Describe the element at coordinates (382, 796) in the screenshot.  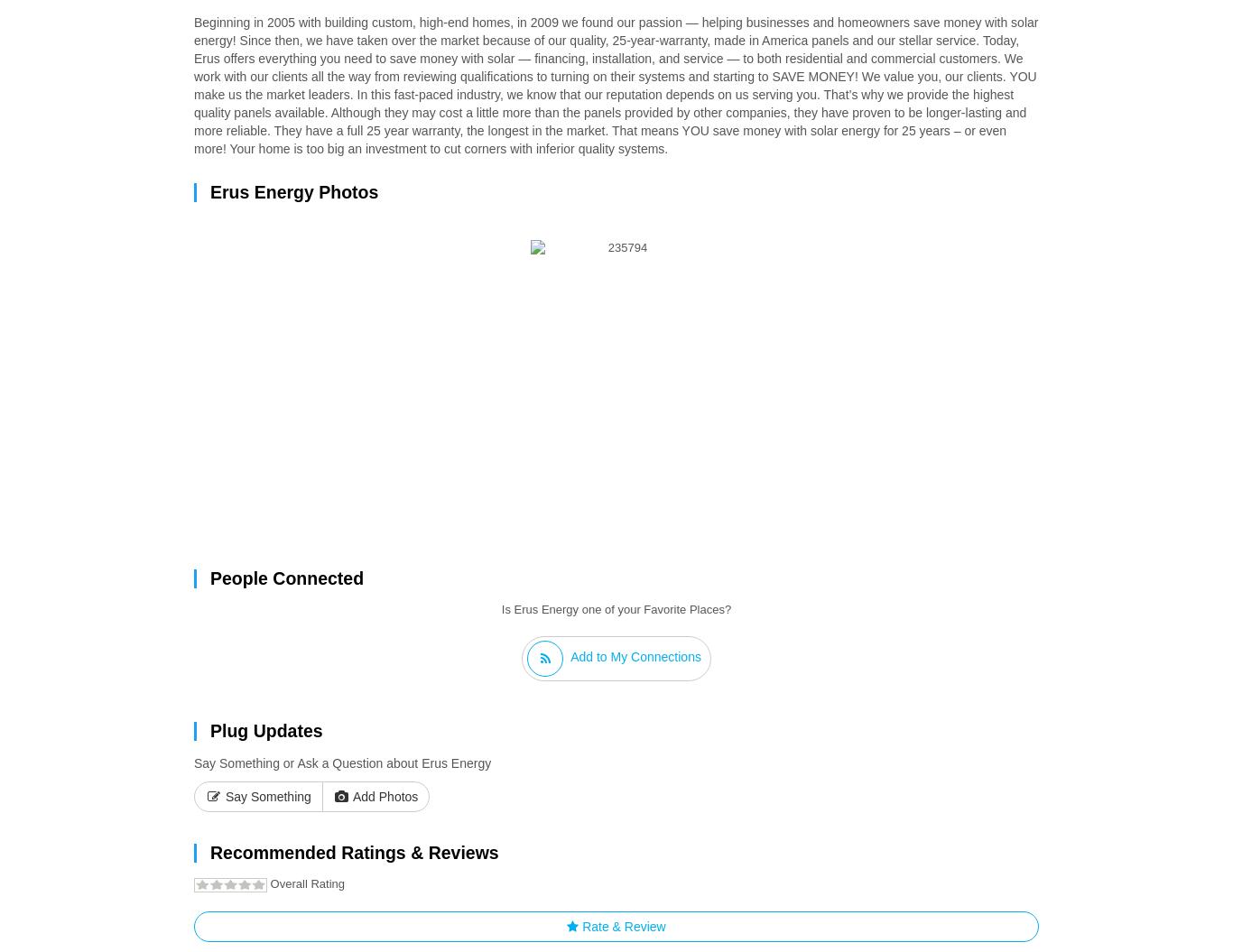
I see `'Add Photos'` at that location.